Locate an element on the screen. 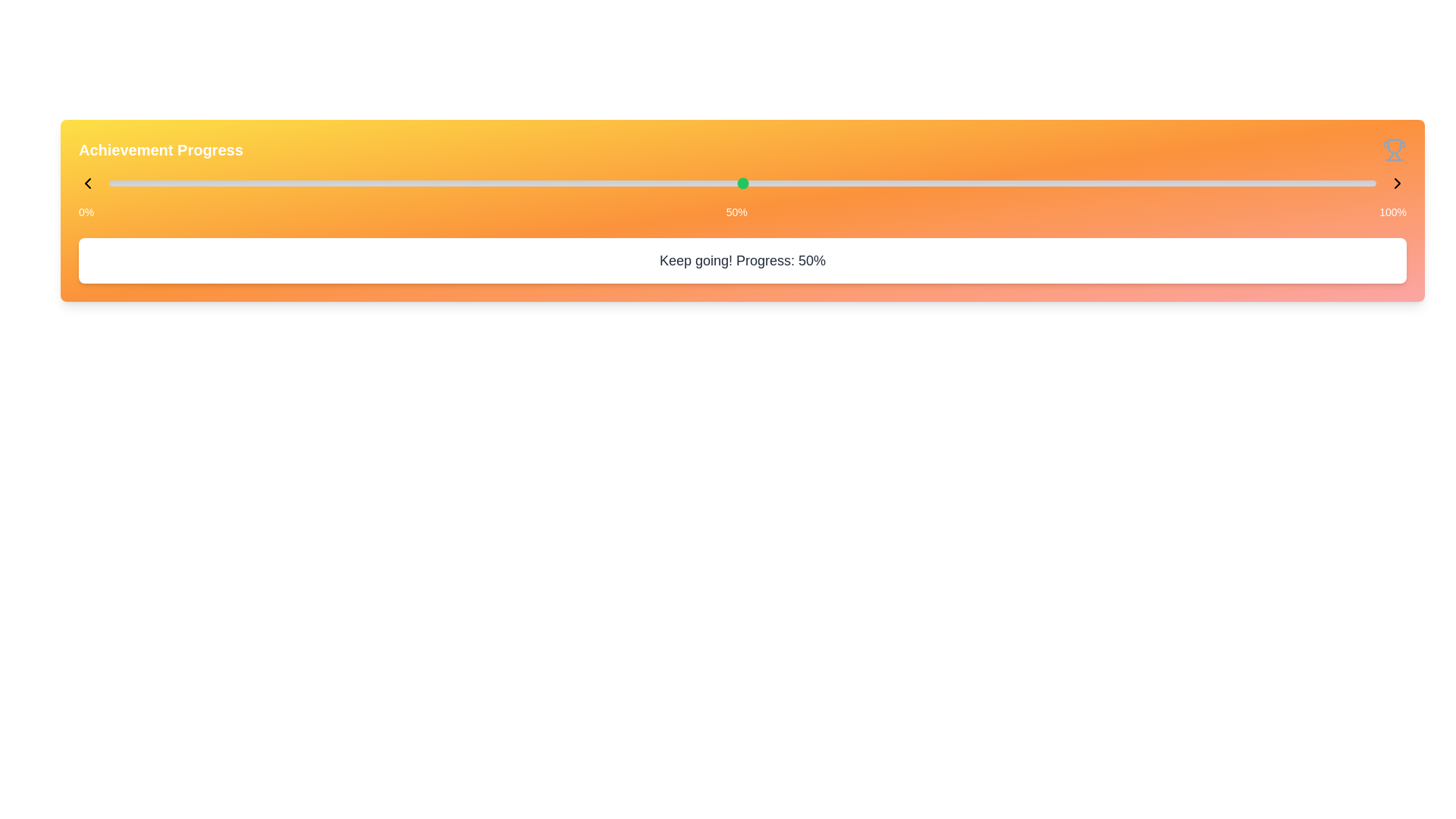 The height and width of the screenshot is (819, 1456). the left-pointing chevron icon adjacent to the 'Achievement Progress' text is located at coordinates (86, 183).